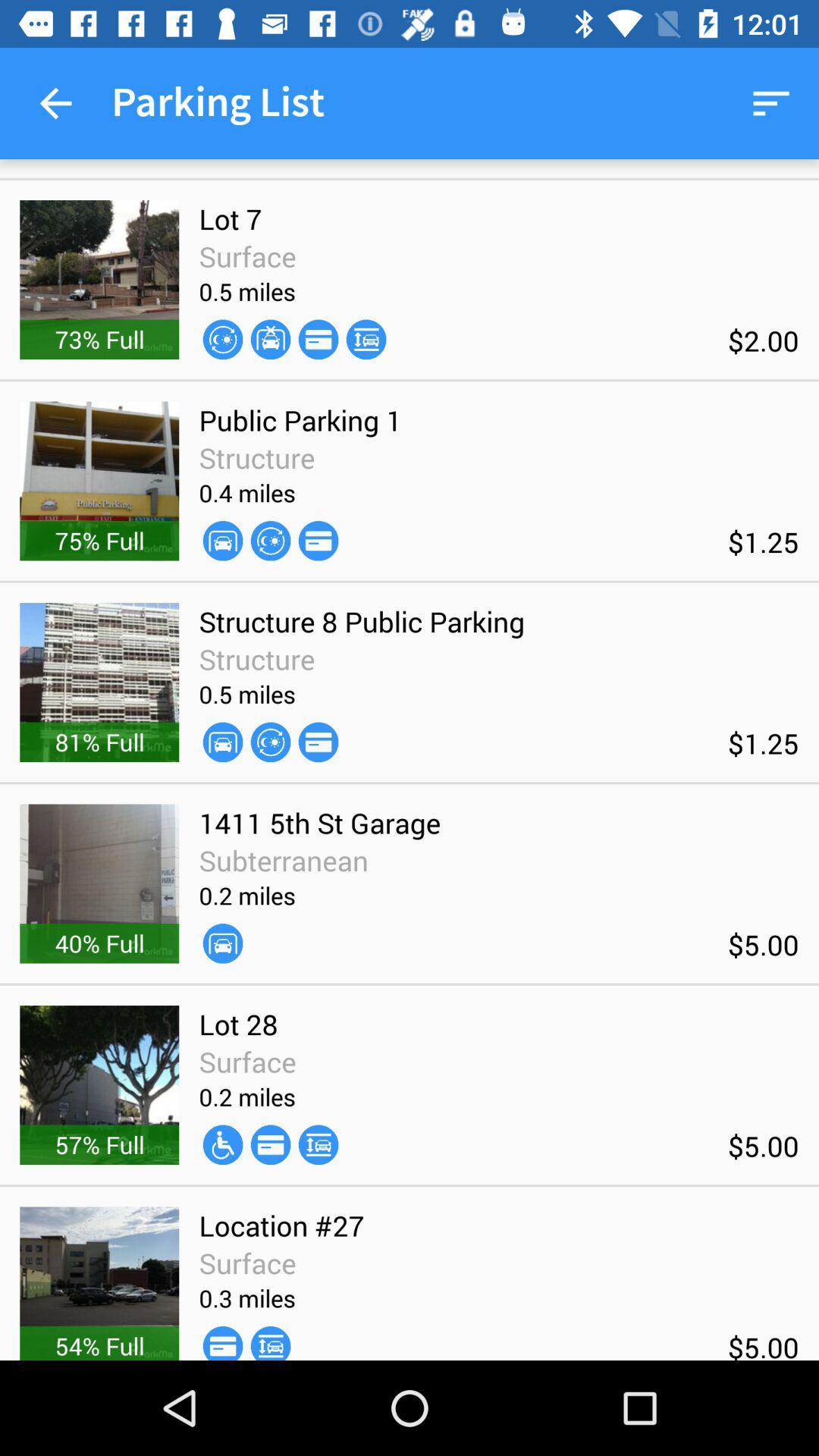 This screenshot has width=819, height=1456. I want to click on the 54% full icon, so click(99, 1345).